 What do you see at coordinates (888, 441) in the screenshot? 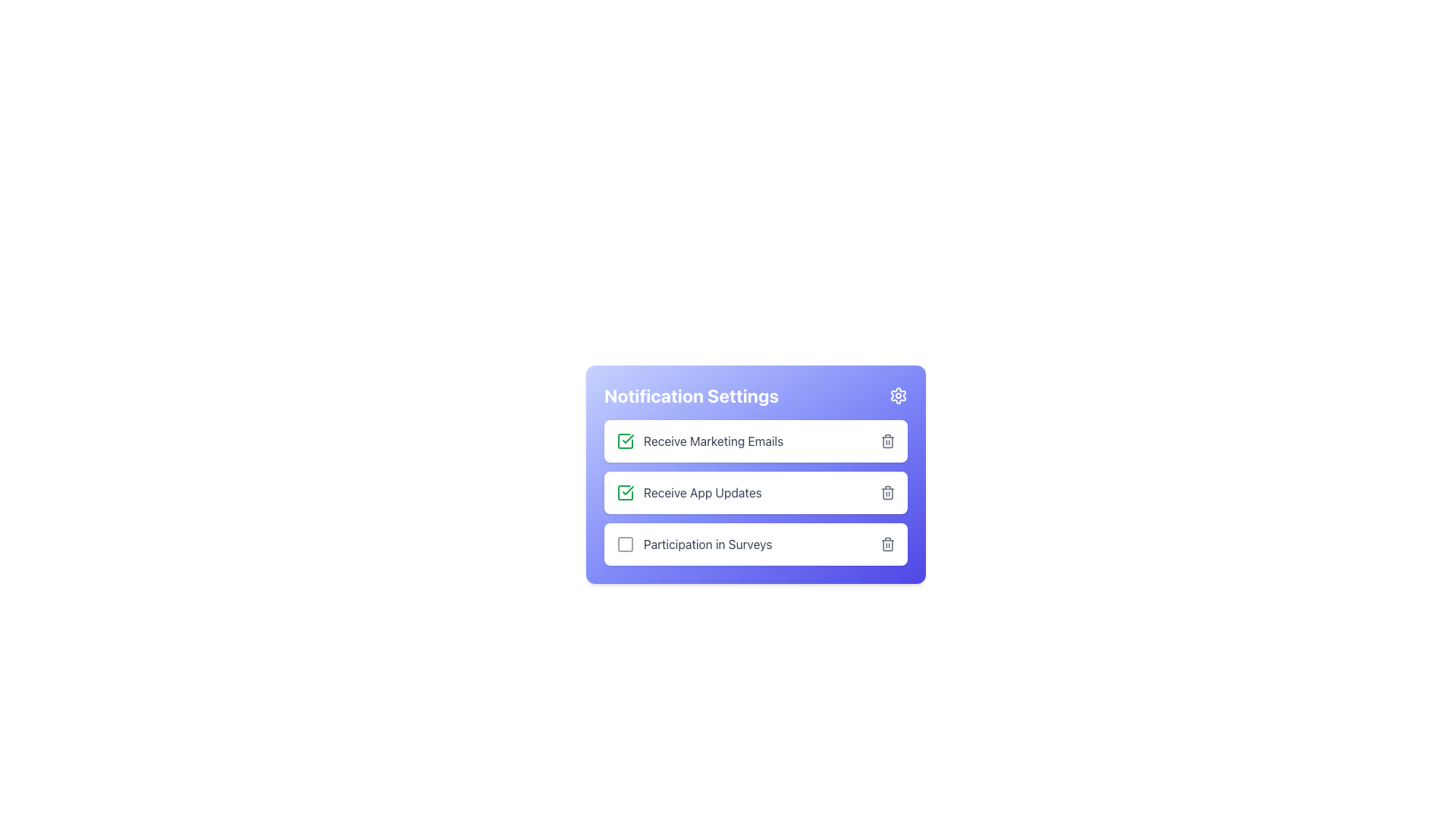
I see `the trash can icon delete button located in the topmost notification row labeled 'Receive Marketing Emails' on the right side` at bounding box center [888, 441].